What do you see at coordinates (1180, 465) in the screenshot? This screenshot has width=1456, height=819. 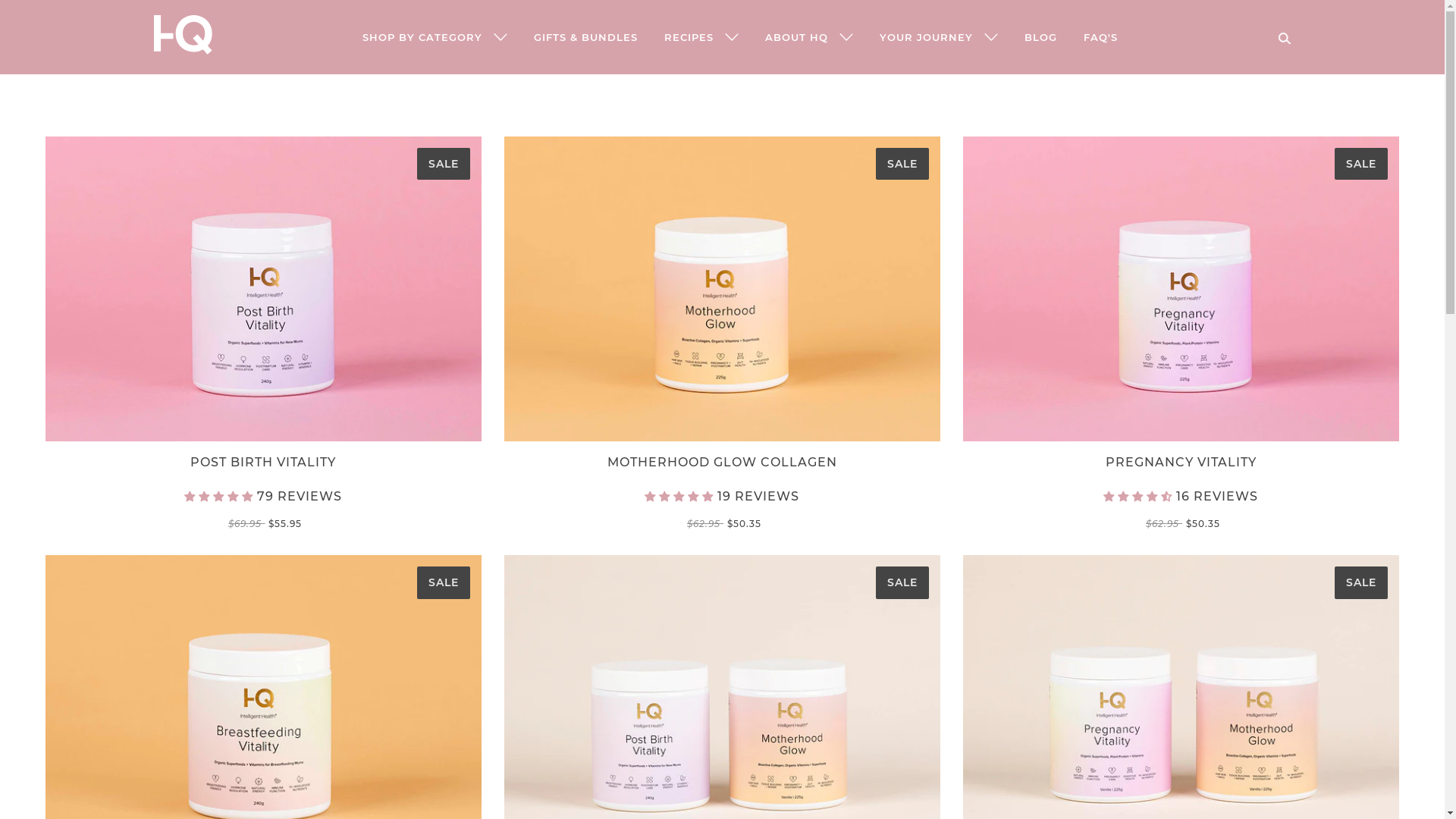 I see `'PREGNANCY VITALITY'` at bounding box center [1180, 465].